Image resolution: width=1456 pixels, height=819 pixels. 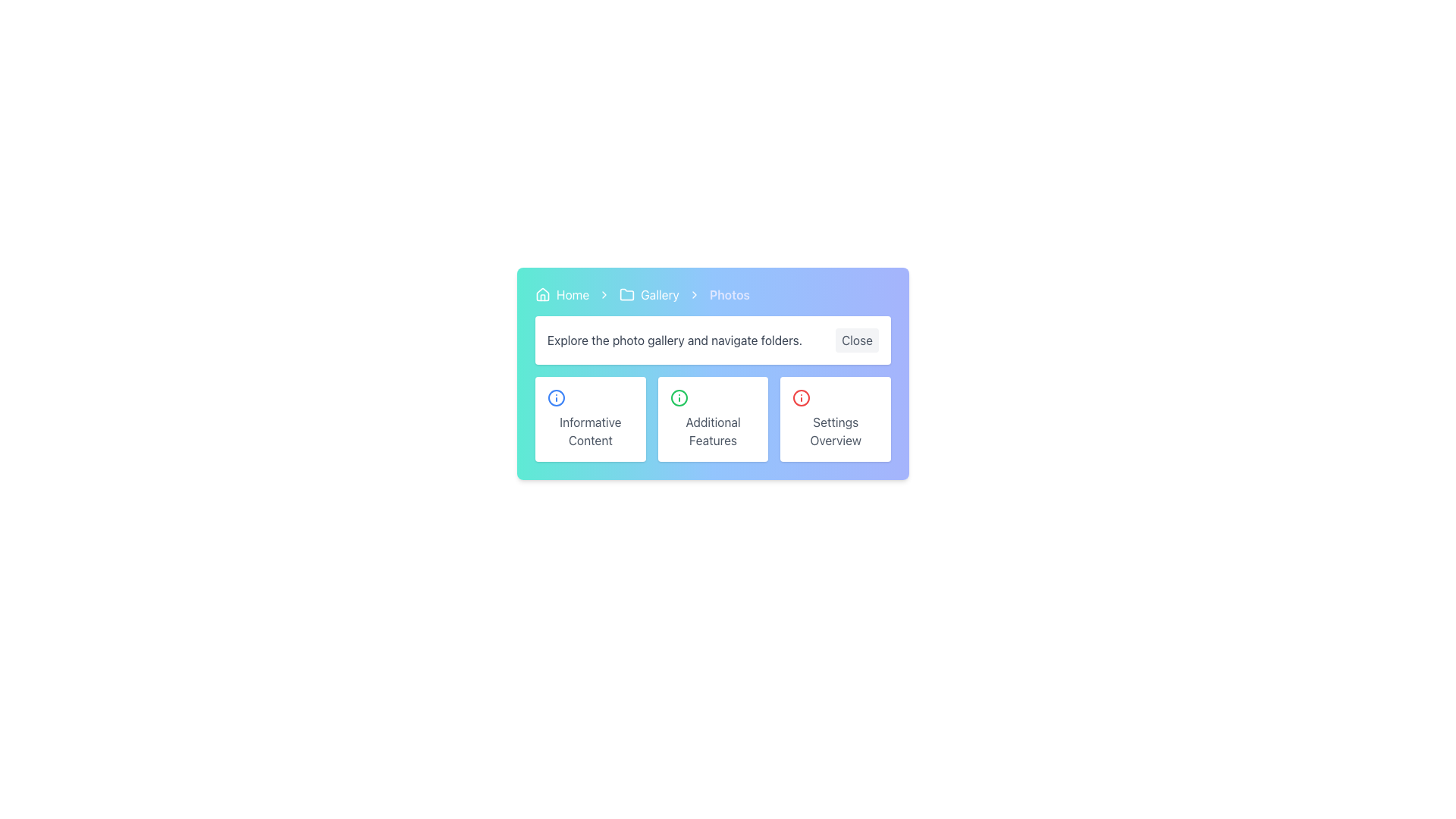 I want to click on the 'Photos' text label element, which is styled in bold indigo font and is the last item in the breadcrumb navigation bar, so click(x=730, y=295).